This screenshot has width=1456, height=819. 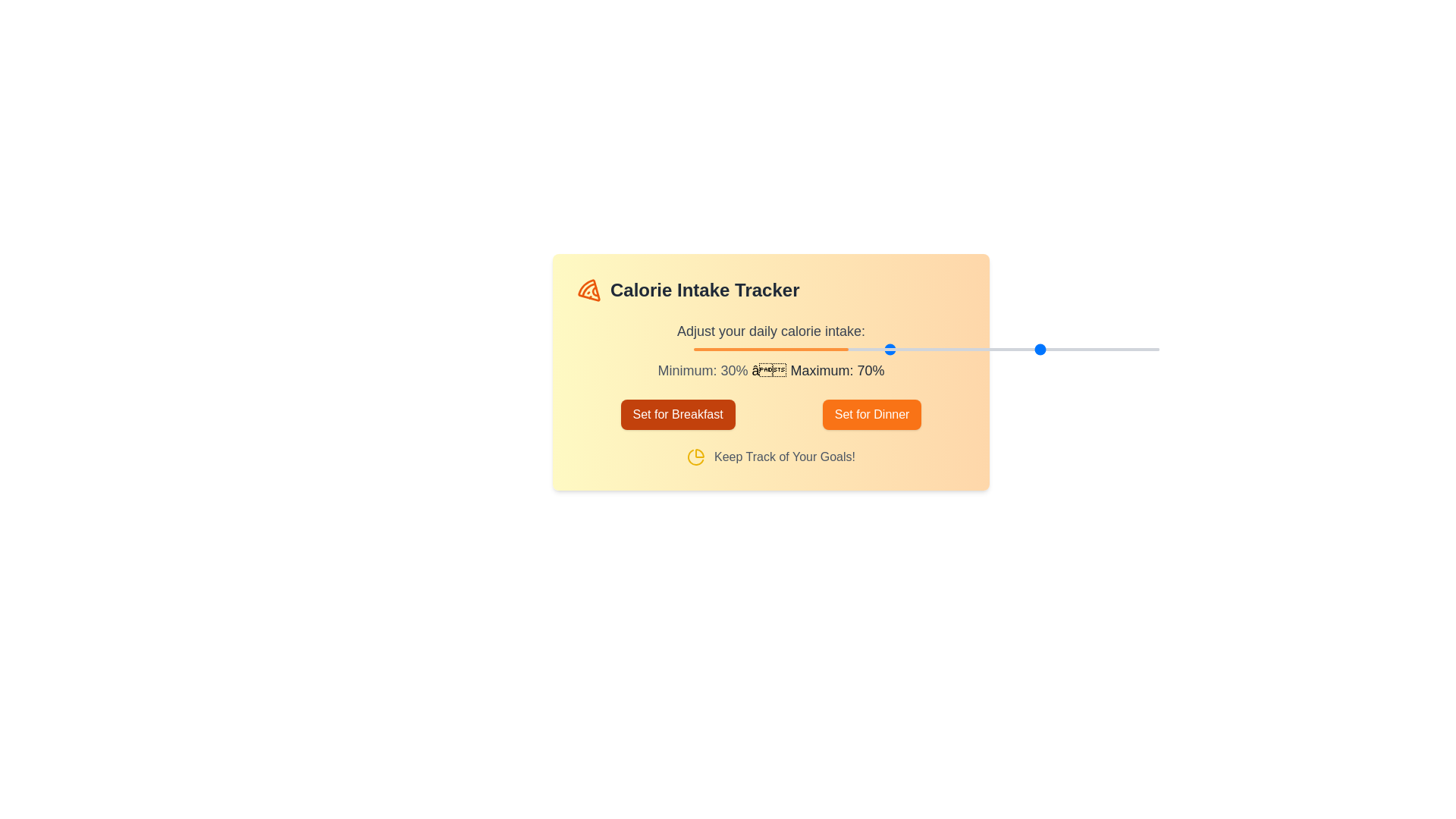 I want to click on the pizza slice icon element, which is a bright orange vector graphic located in the top-left corner of the interface, so click(x=588, y=290).